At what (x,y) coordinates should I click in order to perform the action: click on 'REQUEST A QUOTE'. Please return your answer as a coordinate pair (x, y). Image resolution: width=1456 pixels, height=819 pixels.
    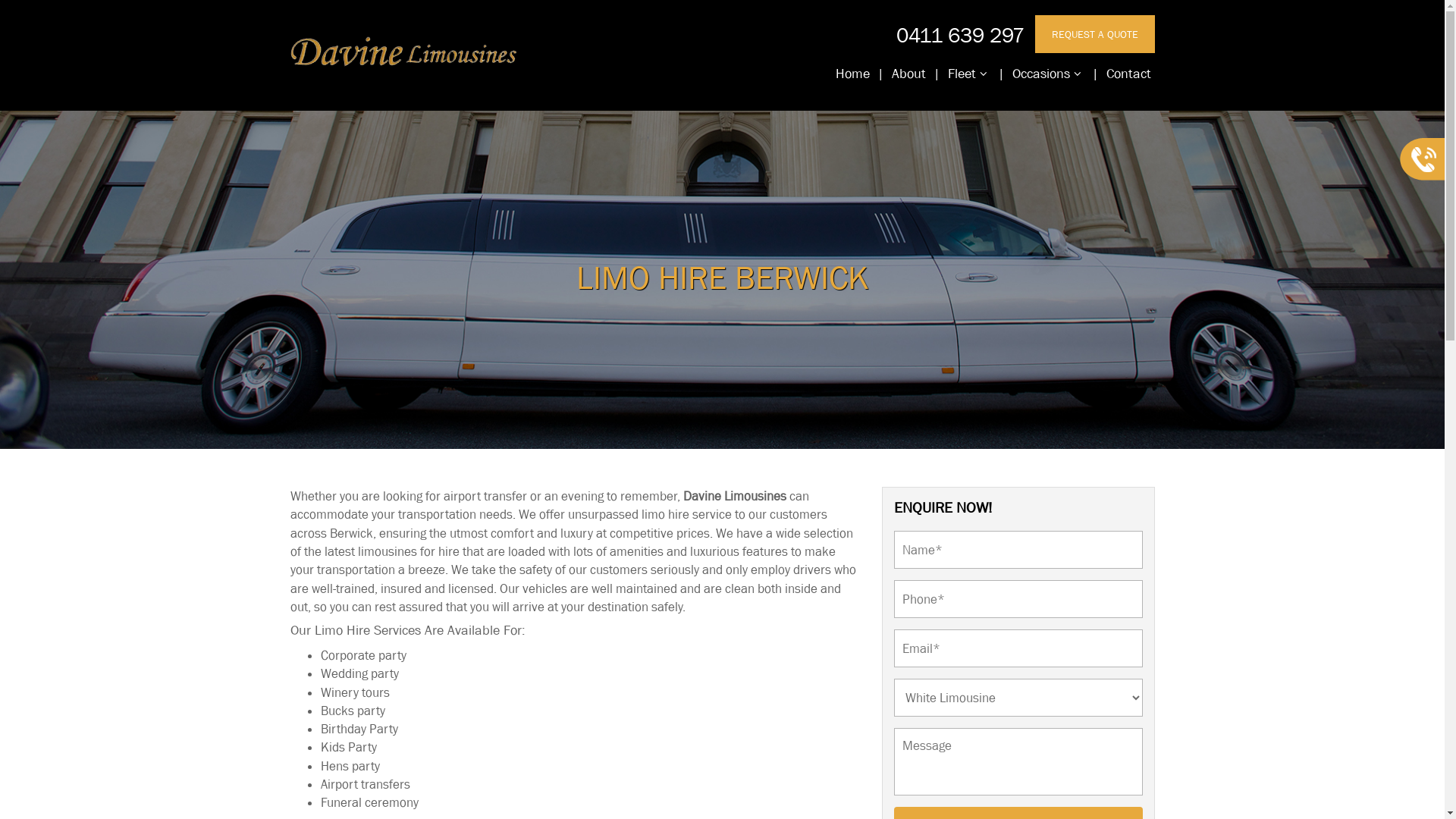
    Looking at the image, I should click on (1094, 34).